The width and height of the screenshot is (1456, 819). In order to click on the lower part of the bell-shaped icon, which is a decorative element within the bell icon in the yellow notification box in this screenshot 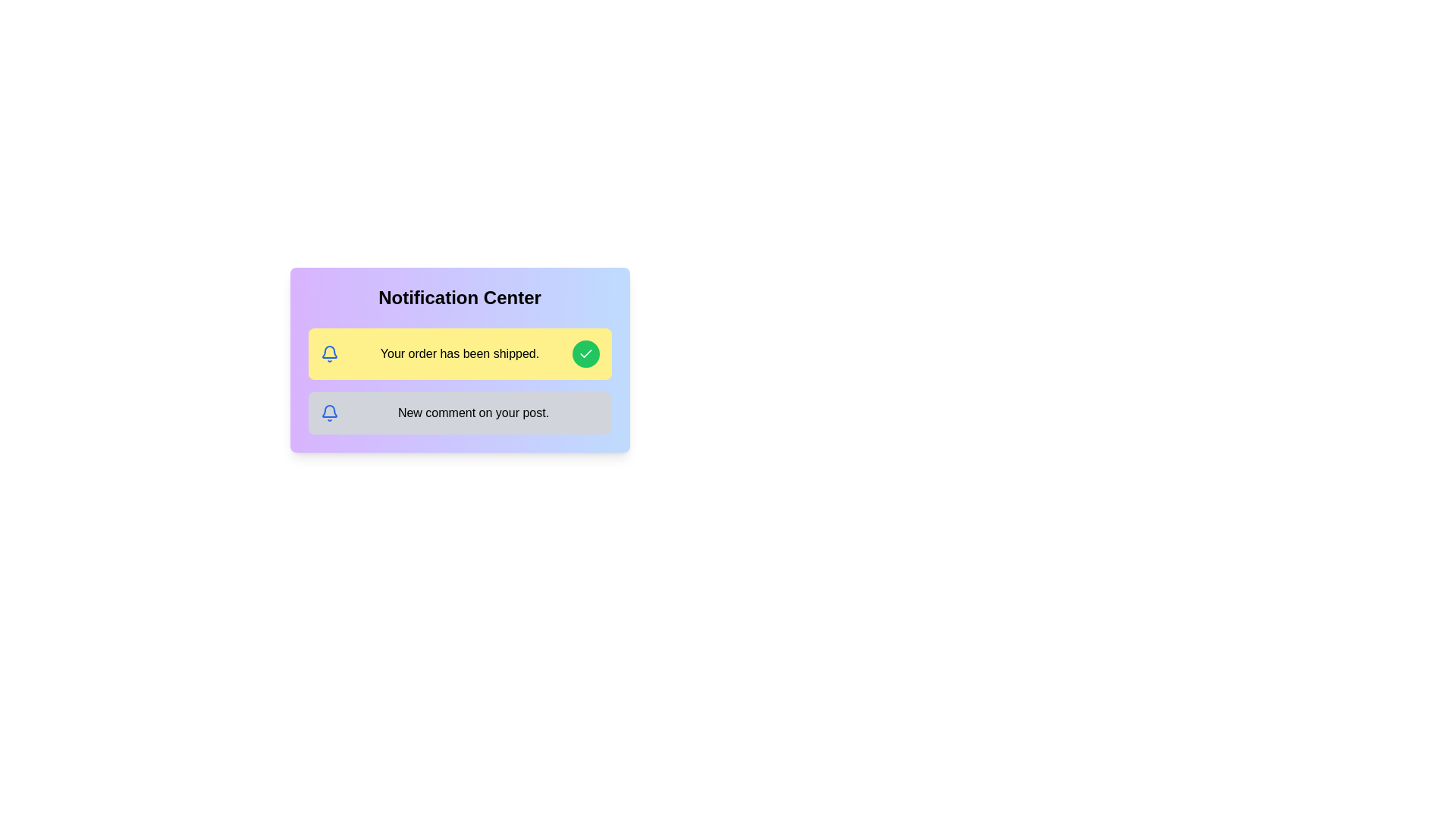, I will do `click(328, 411)`.